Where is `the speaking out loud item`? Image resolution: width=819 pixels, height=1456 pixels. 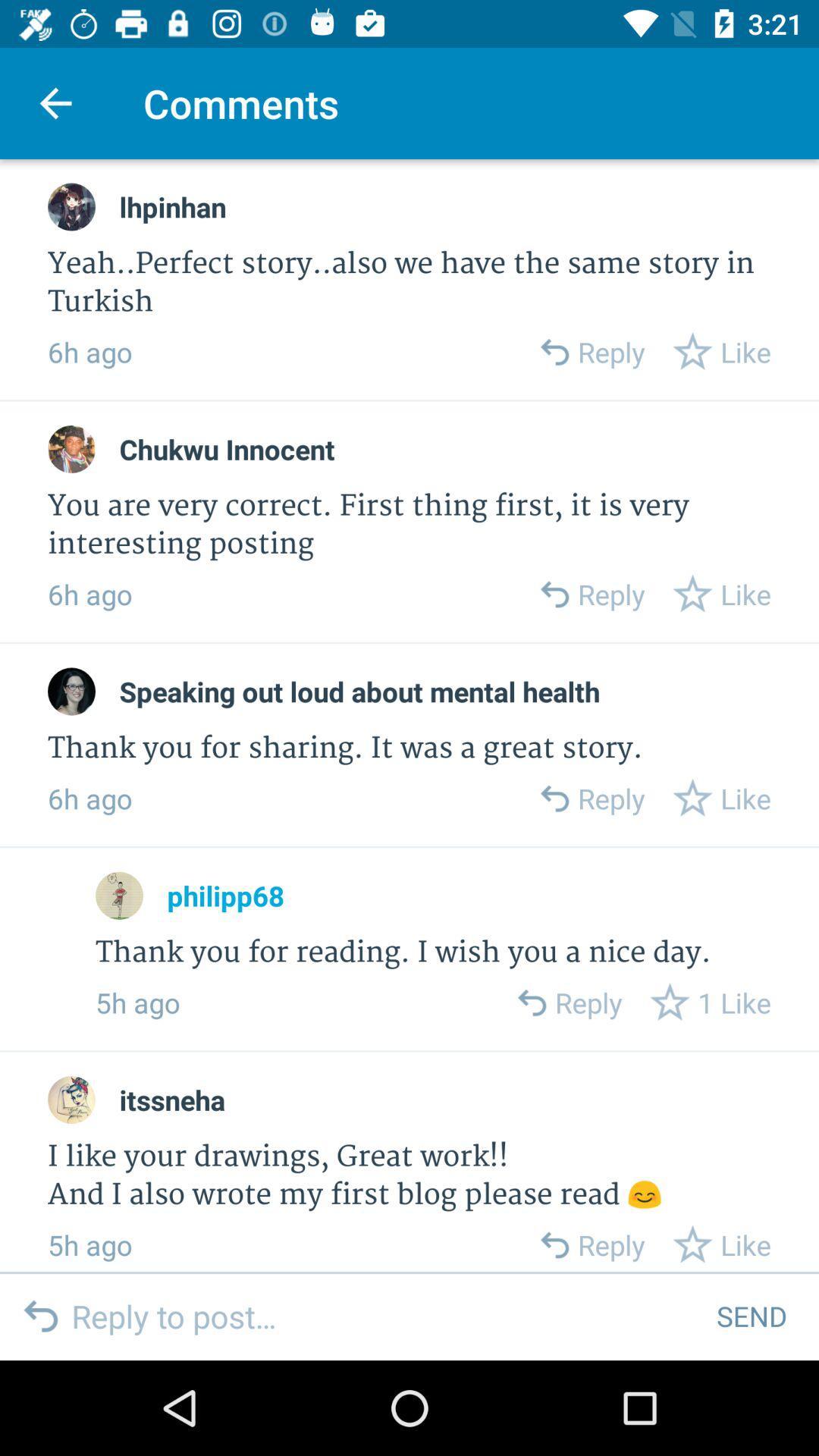 the speaking out loud item is located at coordinates (359, 691).